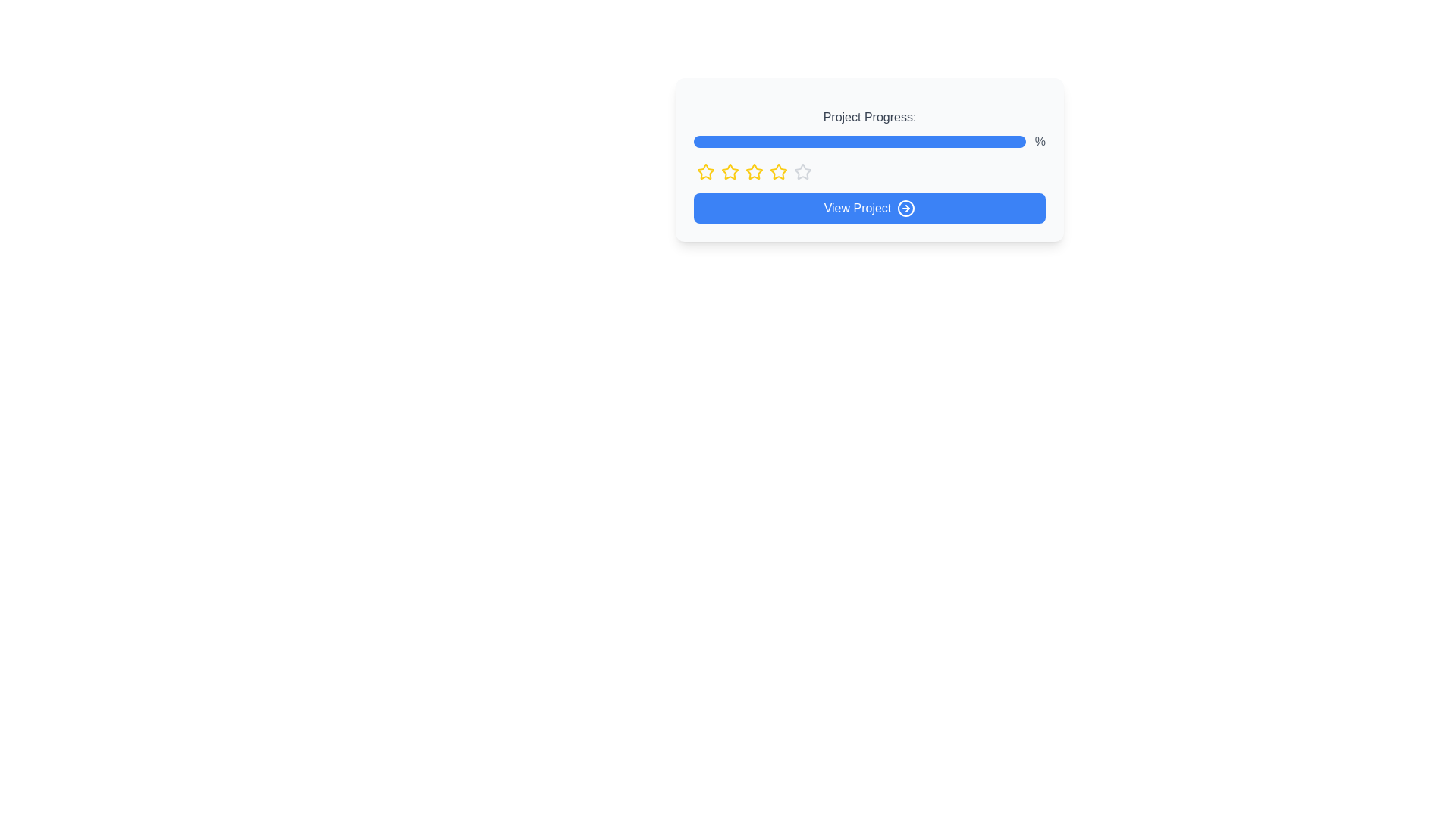  I want to click on the third star in the horizontal sequence of five stars, which is styled with a yellow border and transparent interior, so click(754, 171).